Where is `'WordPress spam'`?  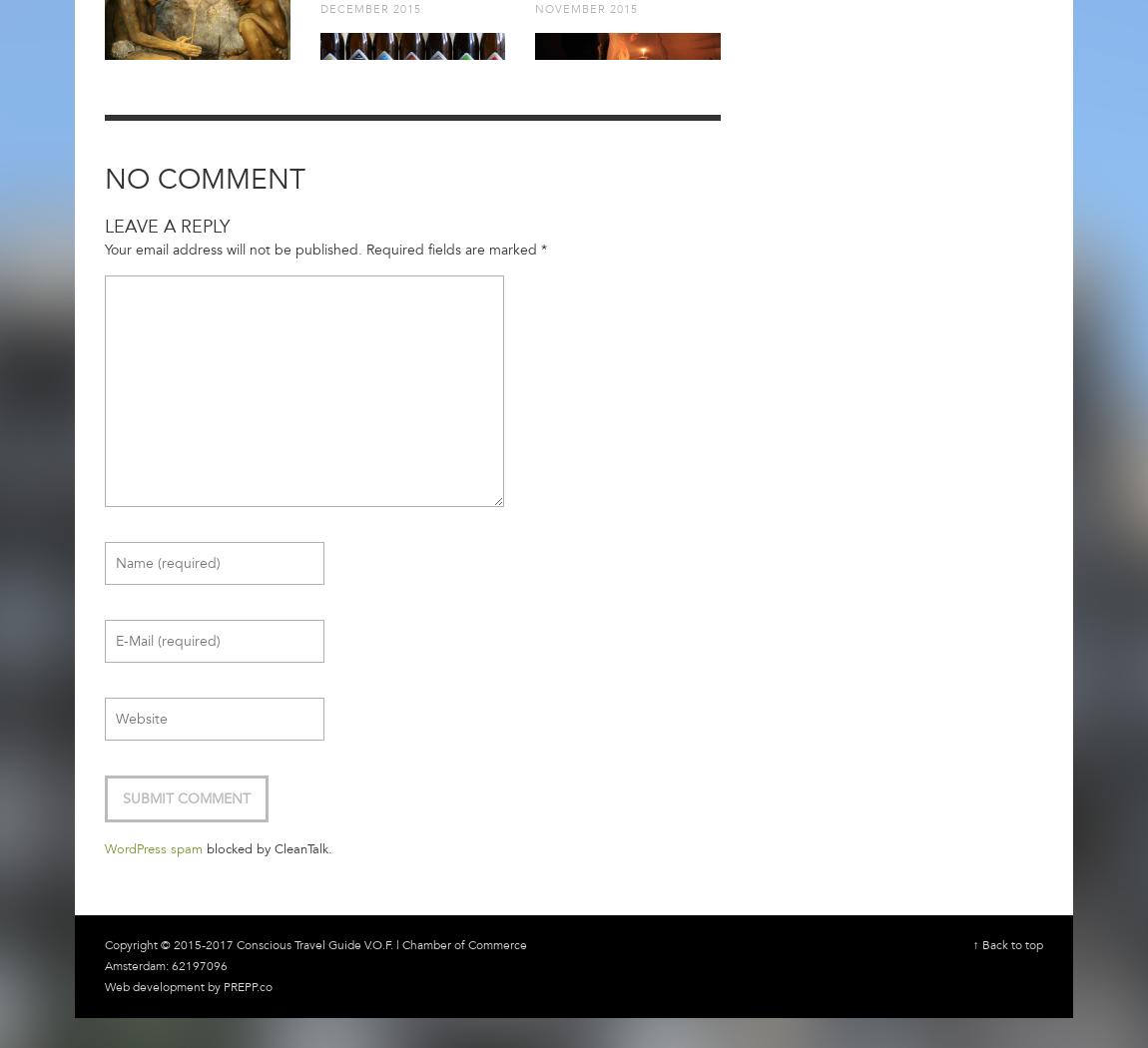
'WordPress spam' is located at coordinates (152, 849).